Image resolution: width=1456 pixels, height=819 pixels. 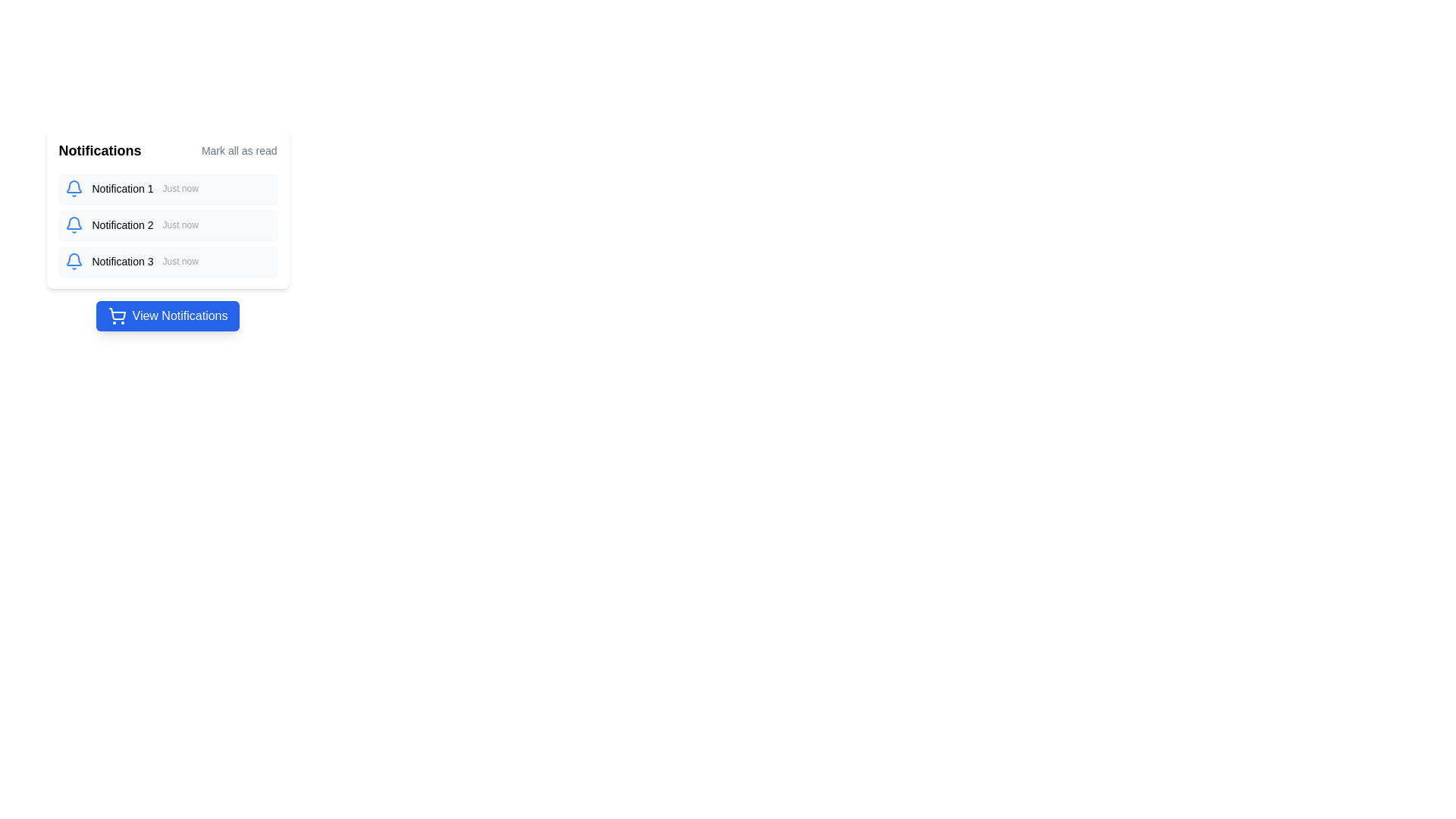 What do you see at coordinates (99, 151) in the screenshot?
I see `static text label that serves as the title for the notification section, located in the top-left corner of the notification card, left of the 'Mark all as read.' element` at bounding box center [99, 151].